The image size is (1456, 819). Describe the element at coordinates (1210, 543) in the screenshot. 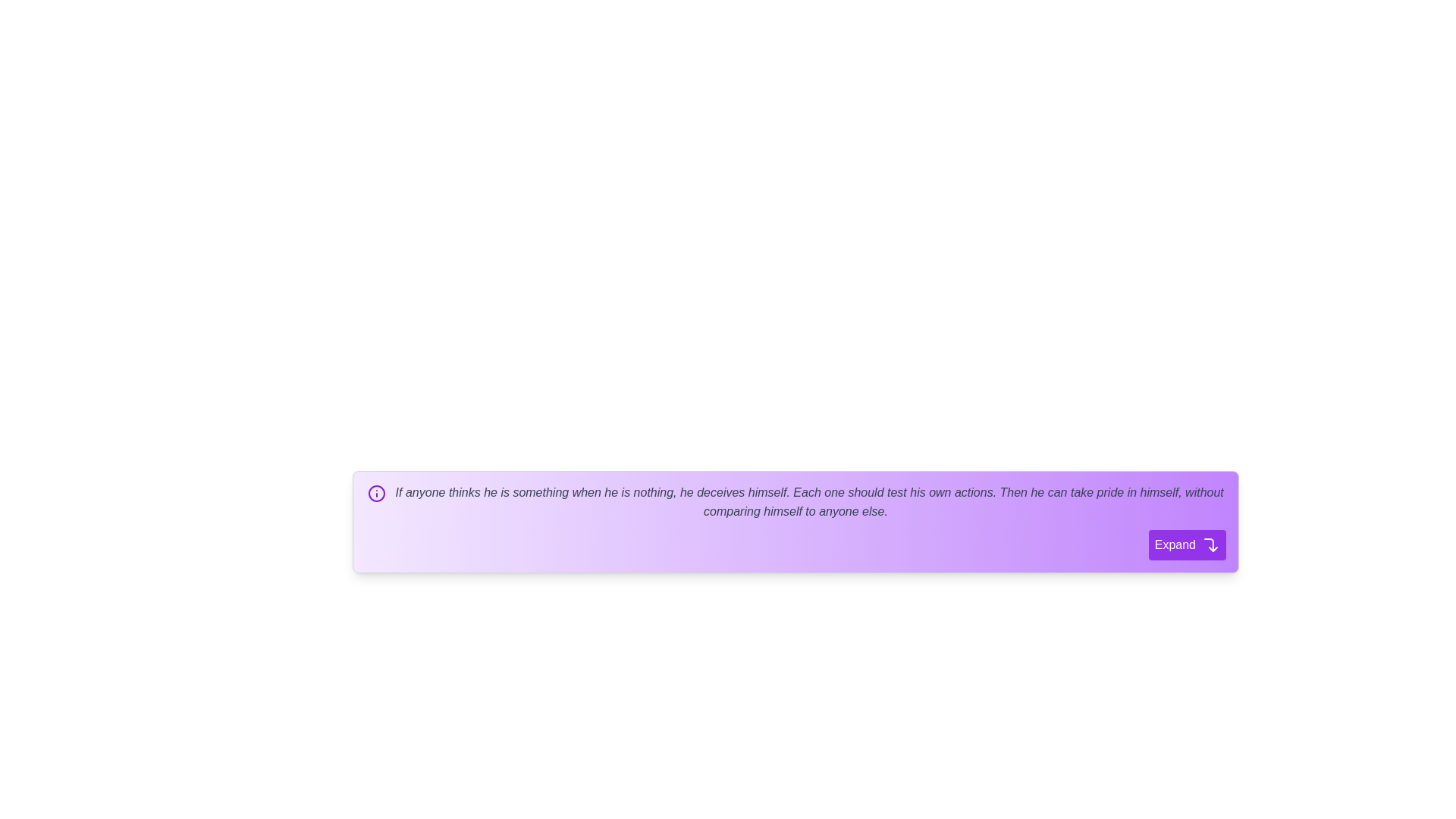

I see `the icon located immediately to the right of the text 'Expand' within the purple button at the bottom-right corner of the interface` at that location.